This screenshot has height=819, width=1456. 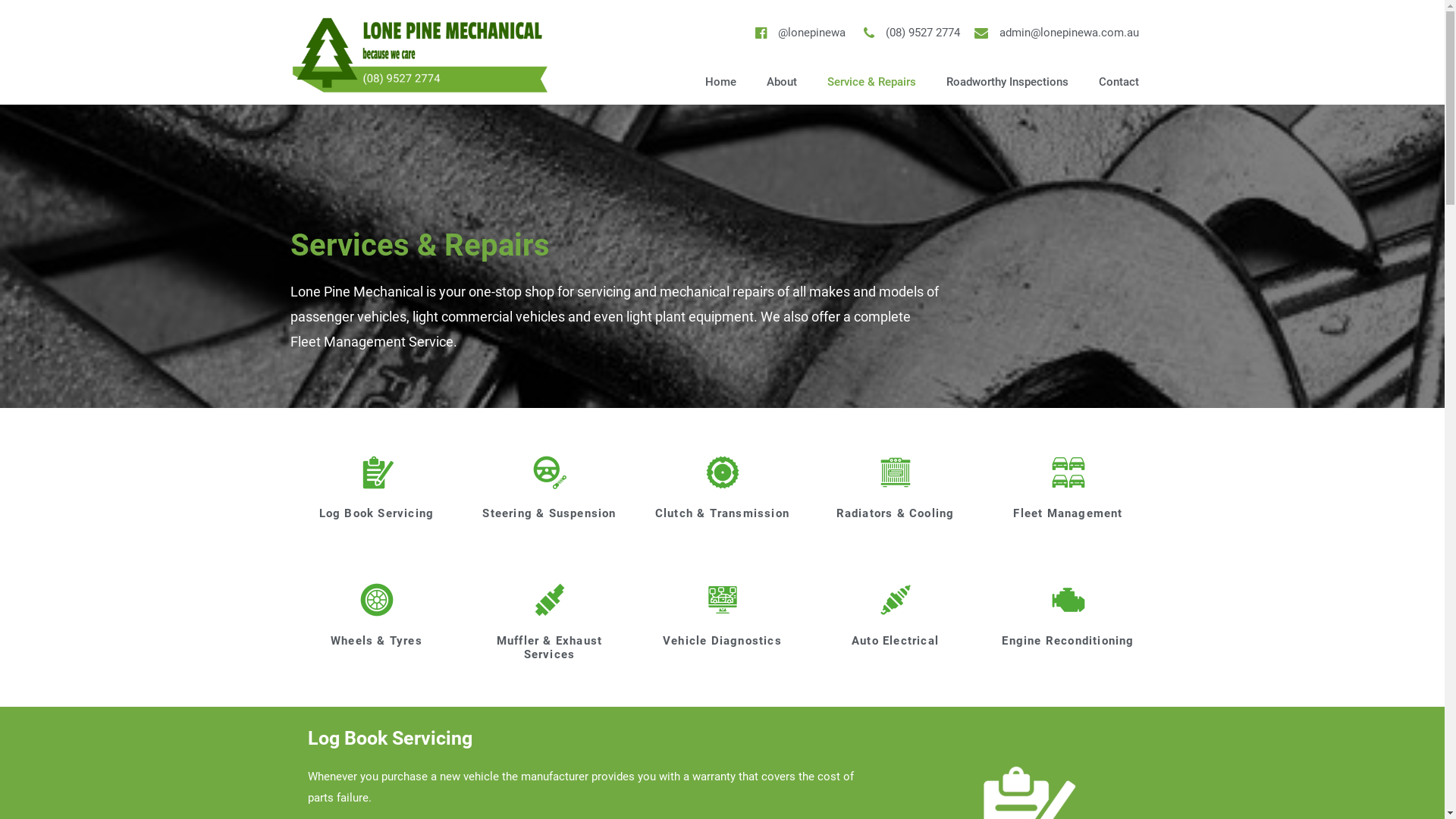 I want to click on 'clutch', so click(x=722, y=472).